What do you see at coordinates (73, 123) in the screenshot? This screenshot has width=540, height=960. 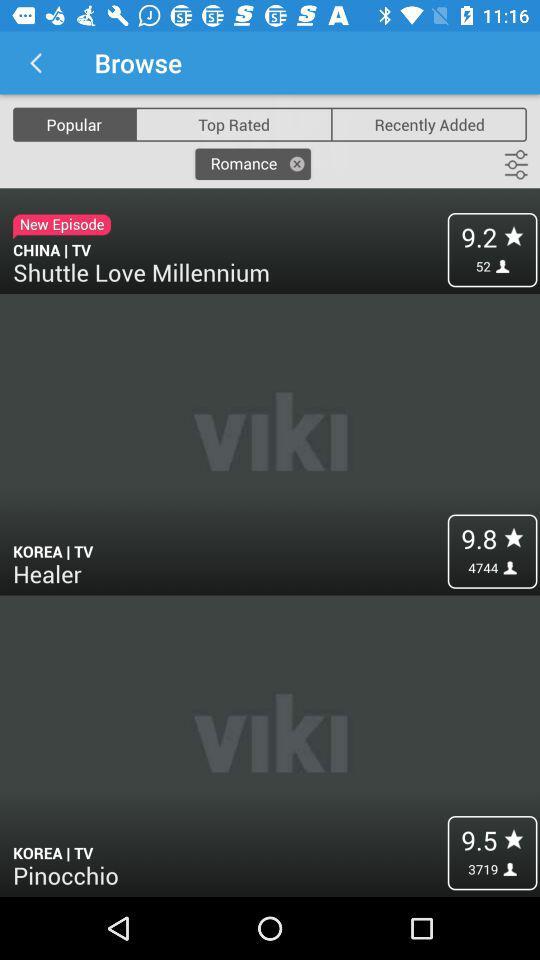 I see `the icon above the new episode item` at bounding box center [73, 123].